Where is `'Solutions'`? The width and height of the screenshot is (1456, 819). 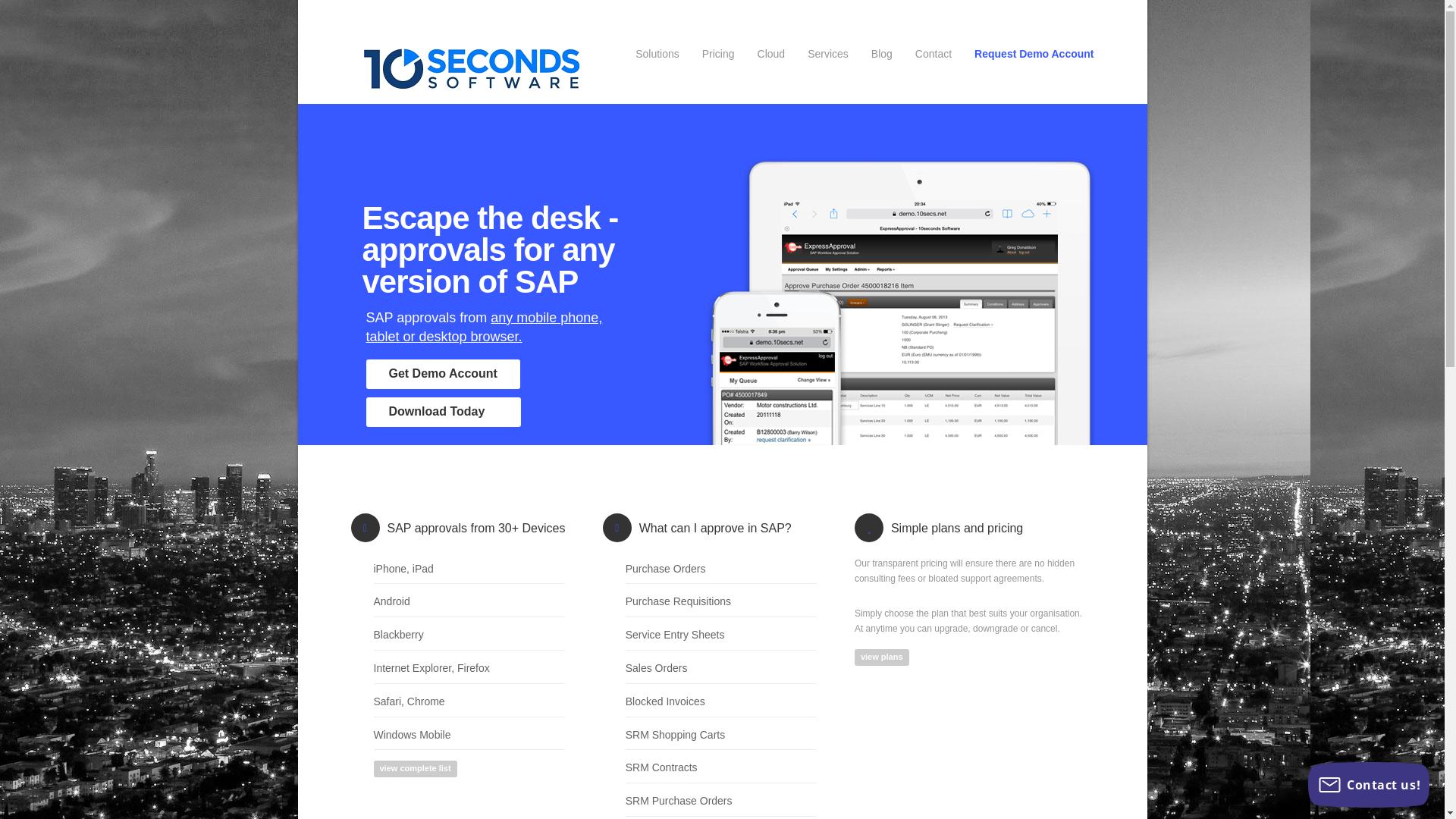
'Solutions' is located at coordinates (657, 55).